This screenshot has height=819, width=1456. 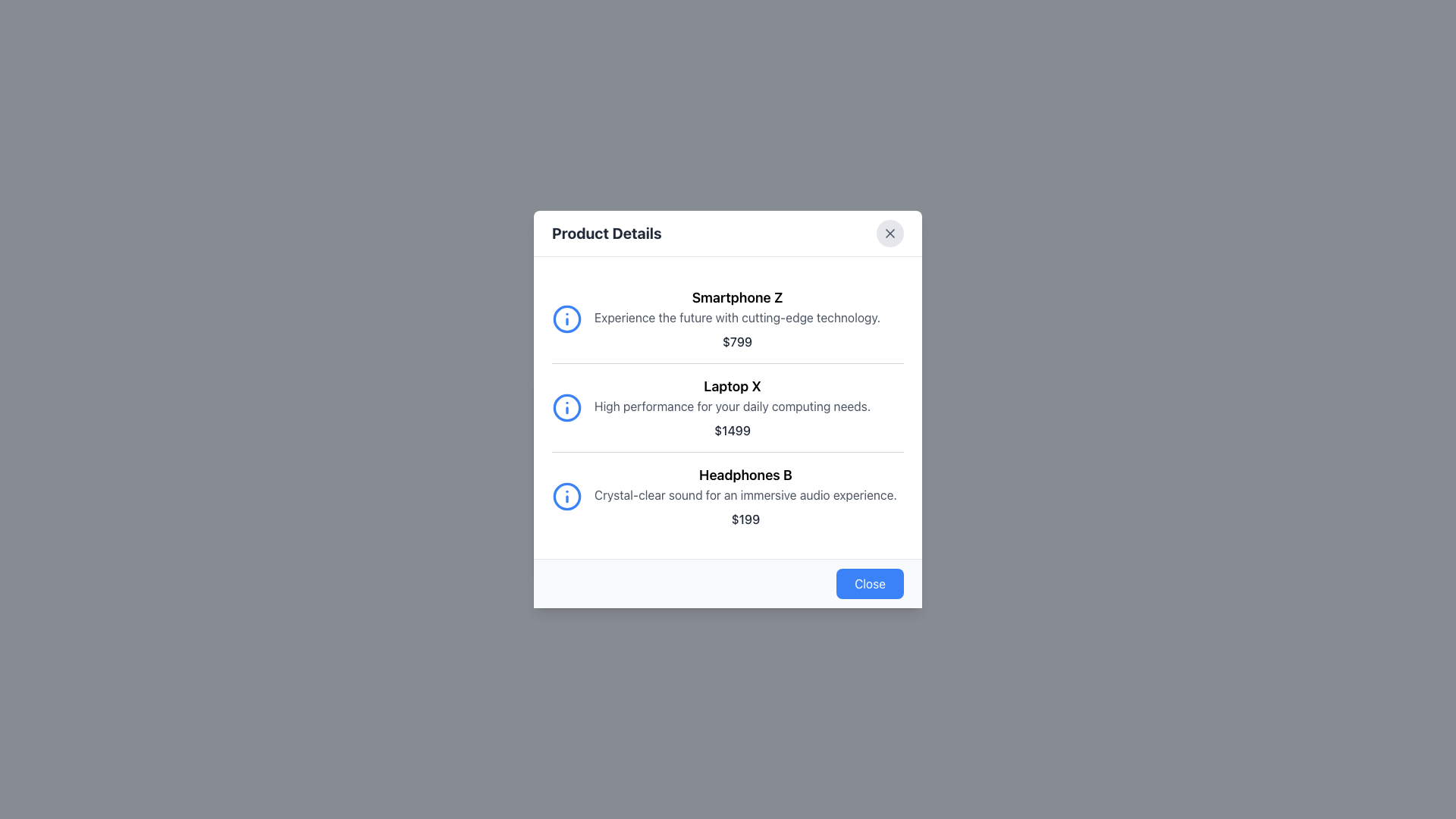 What do you see at coordinates (733, 406) in the screenshot?
I see `the text element that describes the product 'Laptop X', which is centrally located under the heading 'Laptop X' and above the price '$1499'` at bounding box center [733, 406].